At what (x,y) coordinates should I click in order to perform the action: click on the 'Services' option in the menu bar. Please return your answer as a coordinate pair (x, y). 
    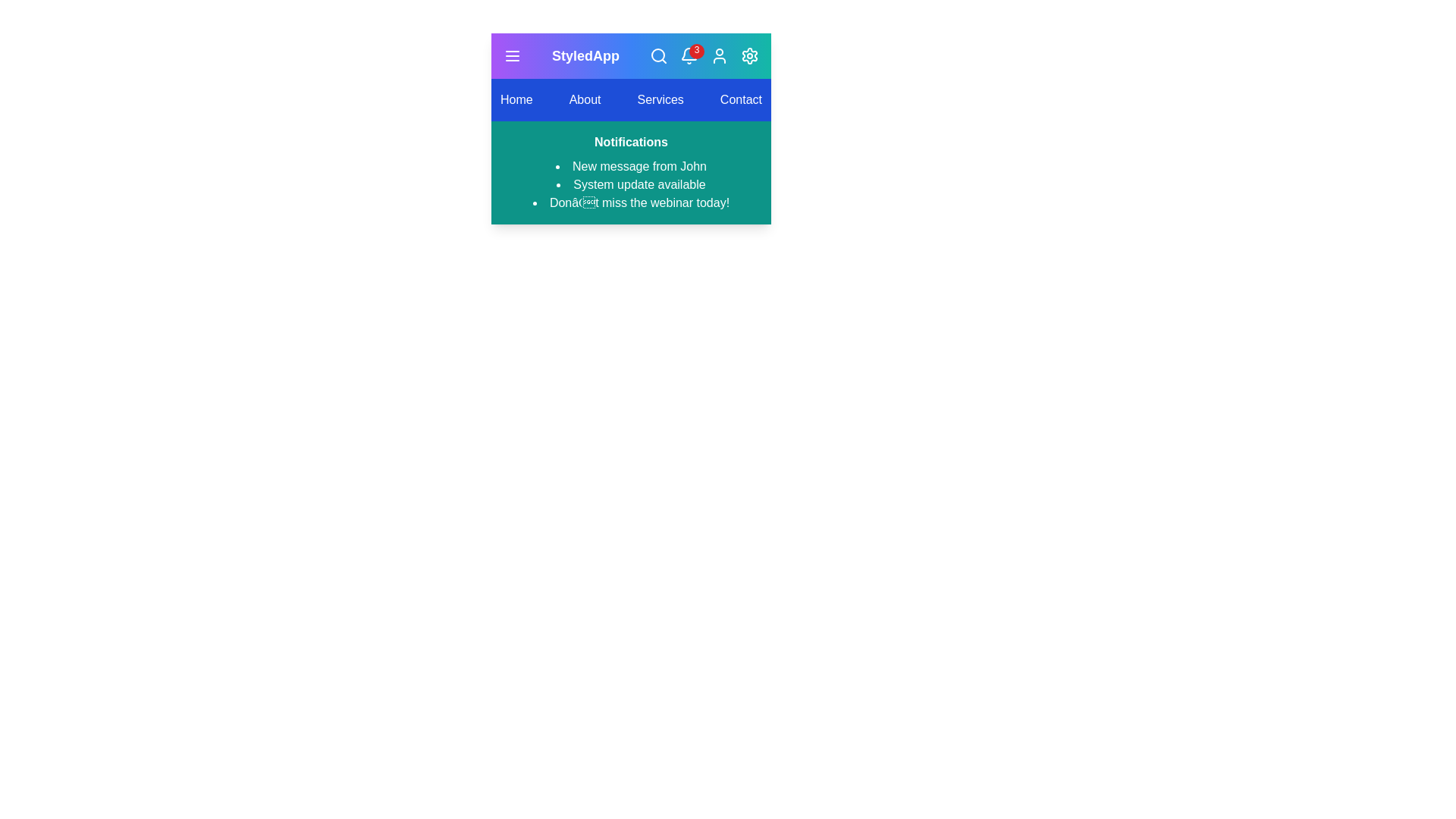
    Looking at the image, I should click on (631, 99).